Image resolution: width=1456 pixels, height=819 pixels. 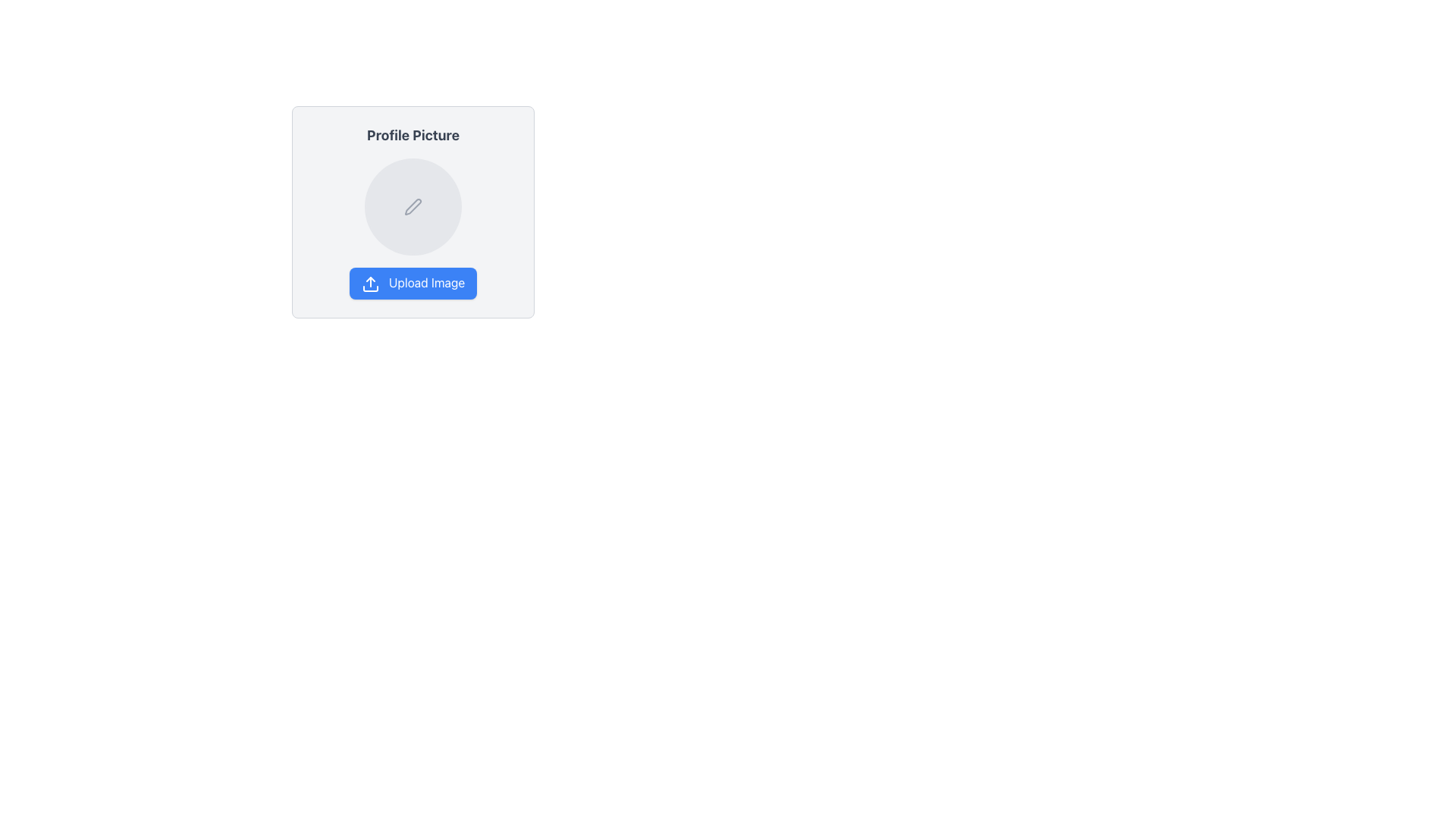 I want to click on the minimalistic pen or edit icon located in the center of the circular placeholder for the profile picture, so click(x=413, y=207).